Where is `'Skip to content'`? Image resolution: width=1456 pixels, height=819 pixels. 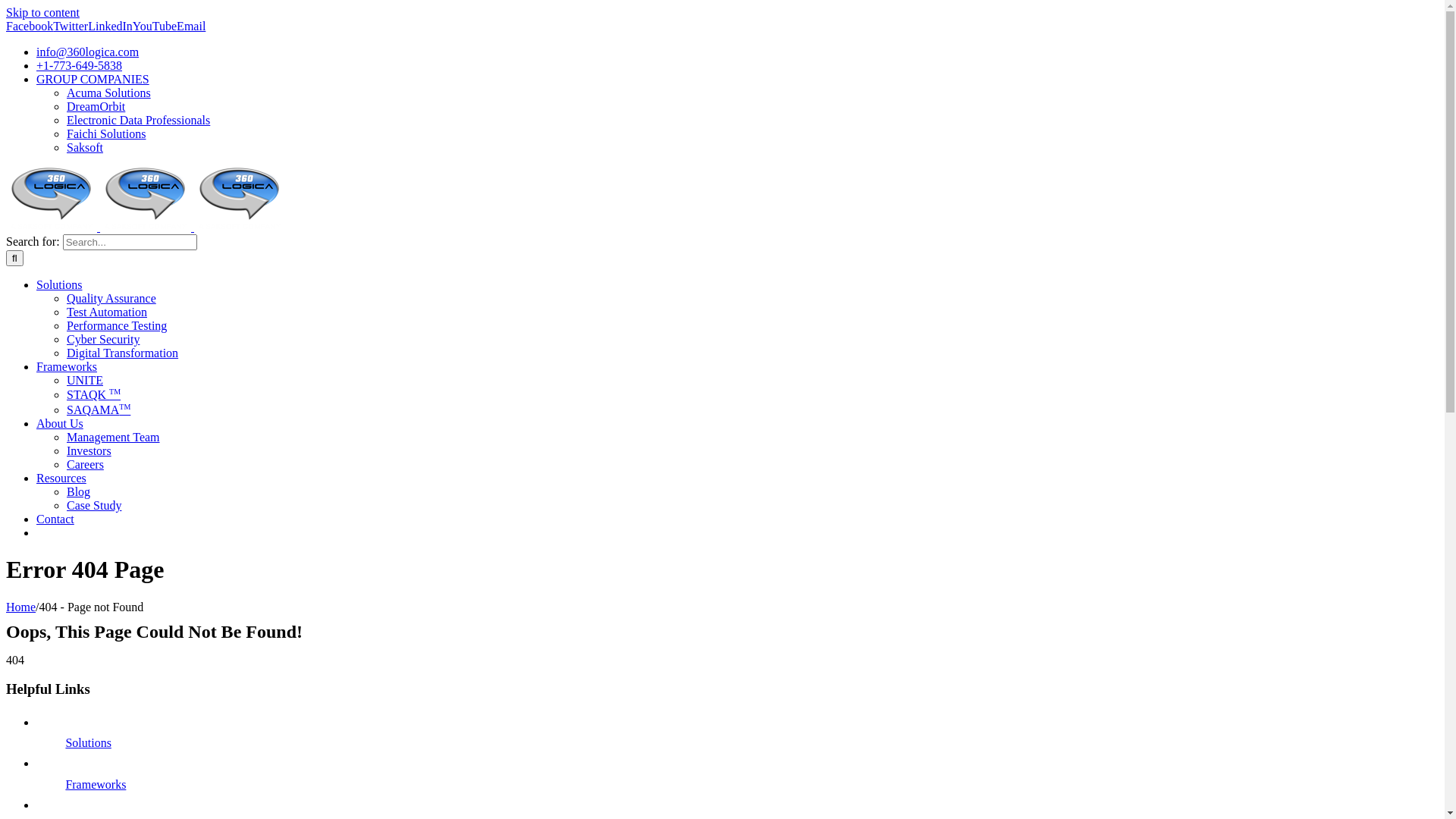 'Skip to content' is located at coordinates (6, 12).